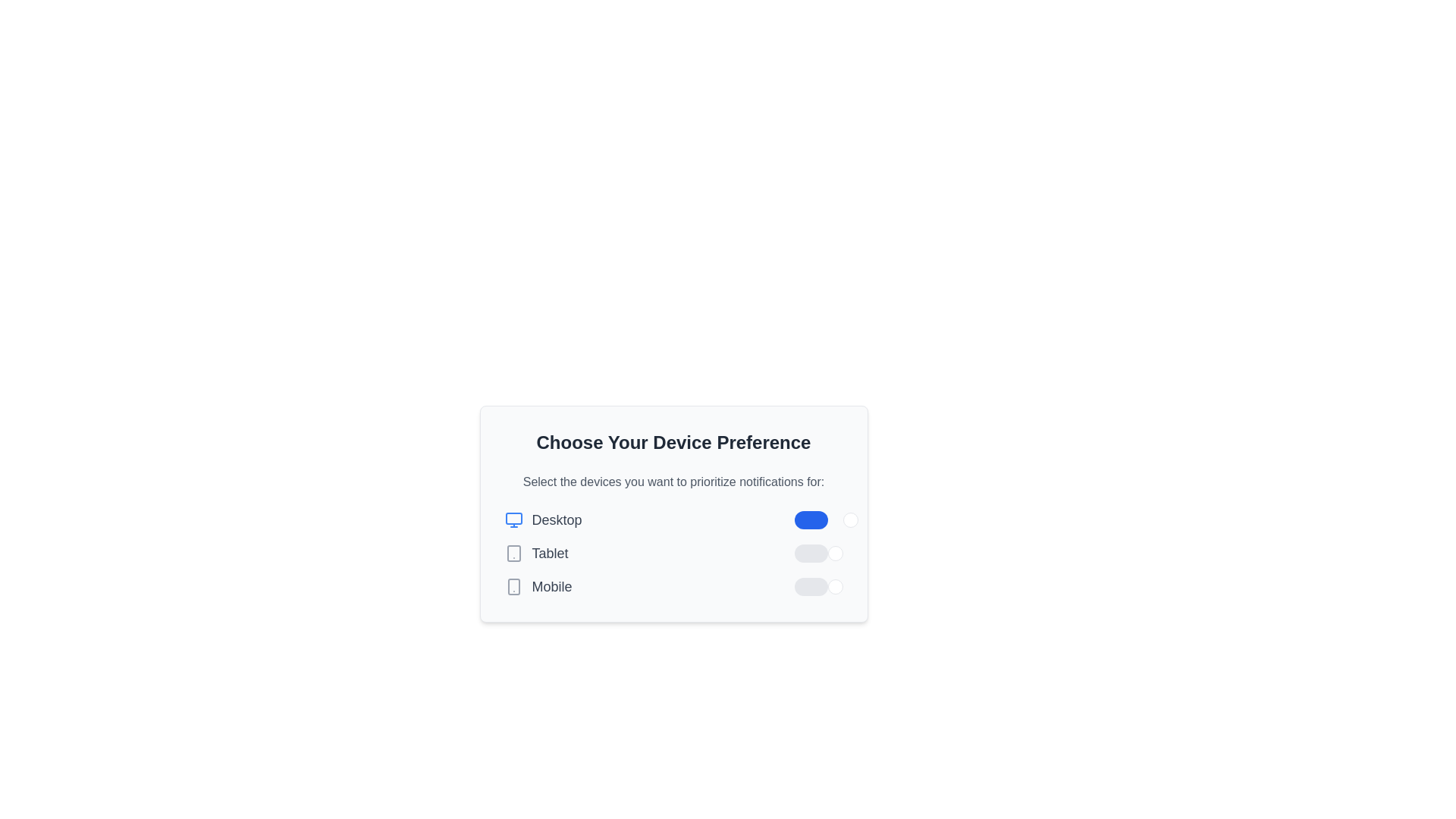 Image resolution: width=1456 pixels, height=819 pixels. Describe the element at coordinates (543, 519) in the screenshot. I see `the text label that indicates the selection option for prioritizing notifications for the Desktop device type, located in the topmost row of device options` at that location.